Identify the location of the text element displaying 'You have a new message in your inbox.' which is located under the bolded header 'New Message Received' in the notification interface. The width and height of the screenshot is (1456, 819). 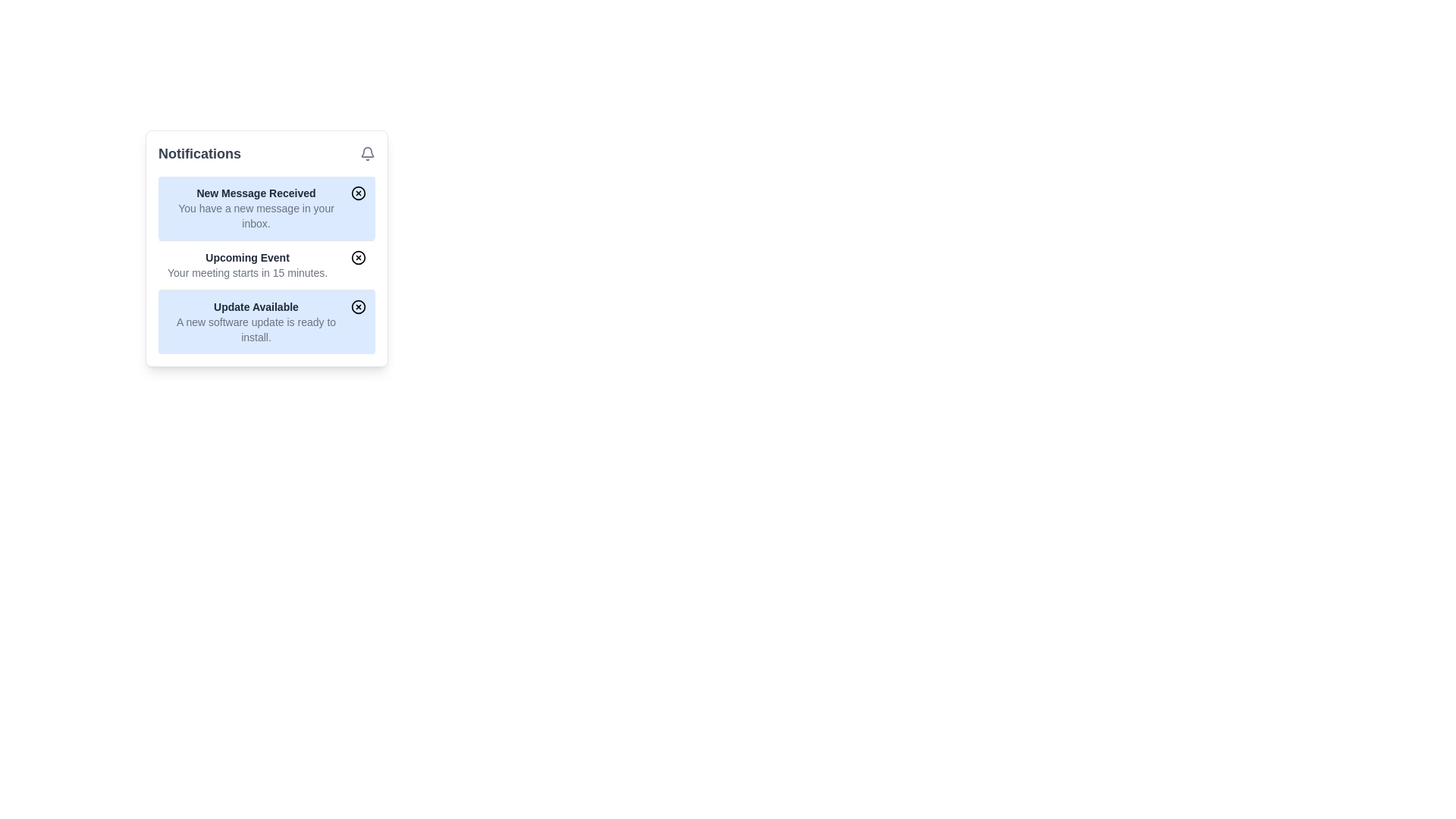
(256, 216).